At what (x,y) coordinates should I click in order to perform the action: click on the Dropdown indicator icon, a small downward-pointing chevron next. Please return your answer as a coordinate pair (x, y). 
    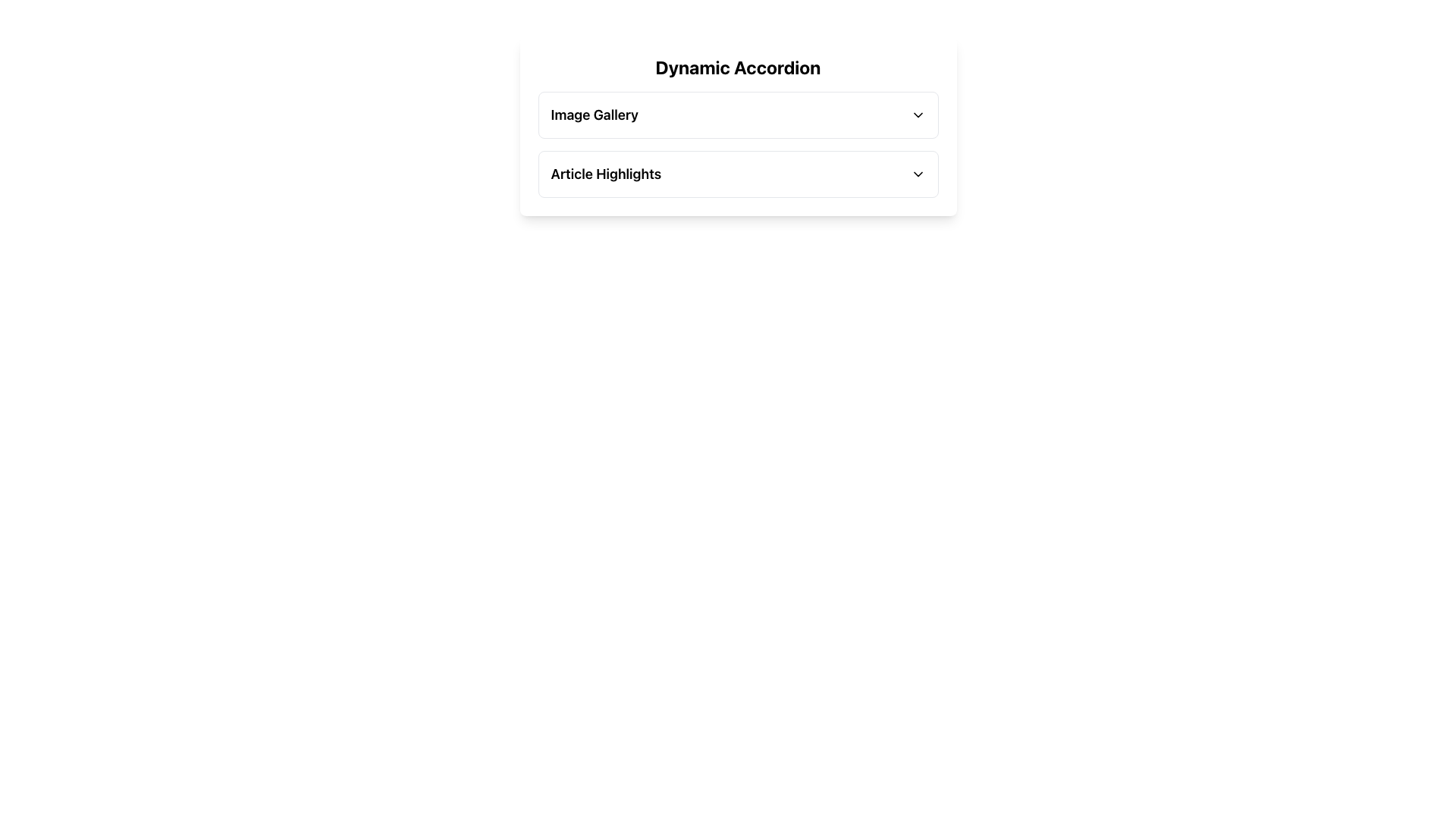
    Looking at the image, I should click on (917, 174).